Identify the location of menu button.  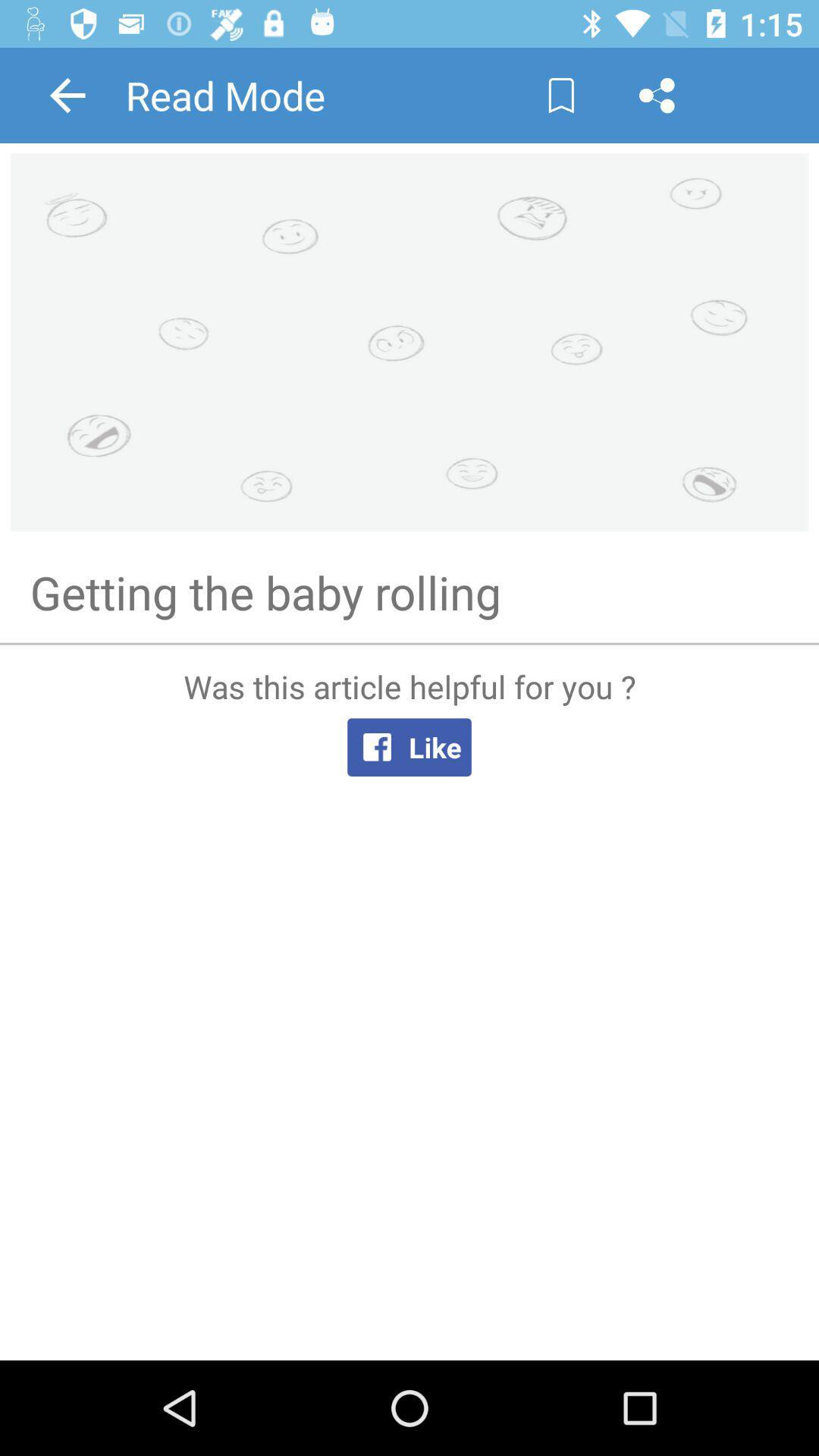
(656, 94).